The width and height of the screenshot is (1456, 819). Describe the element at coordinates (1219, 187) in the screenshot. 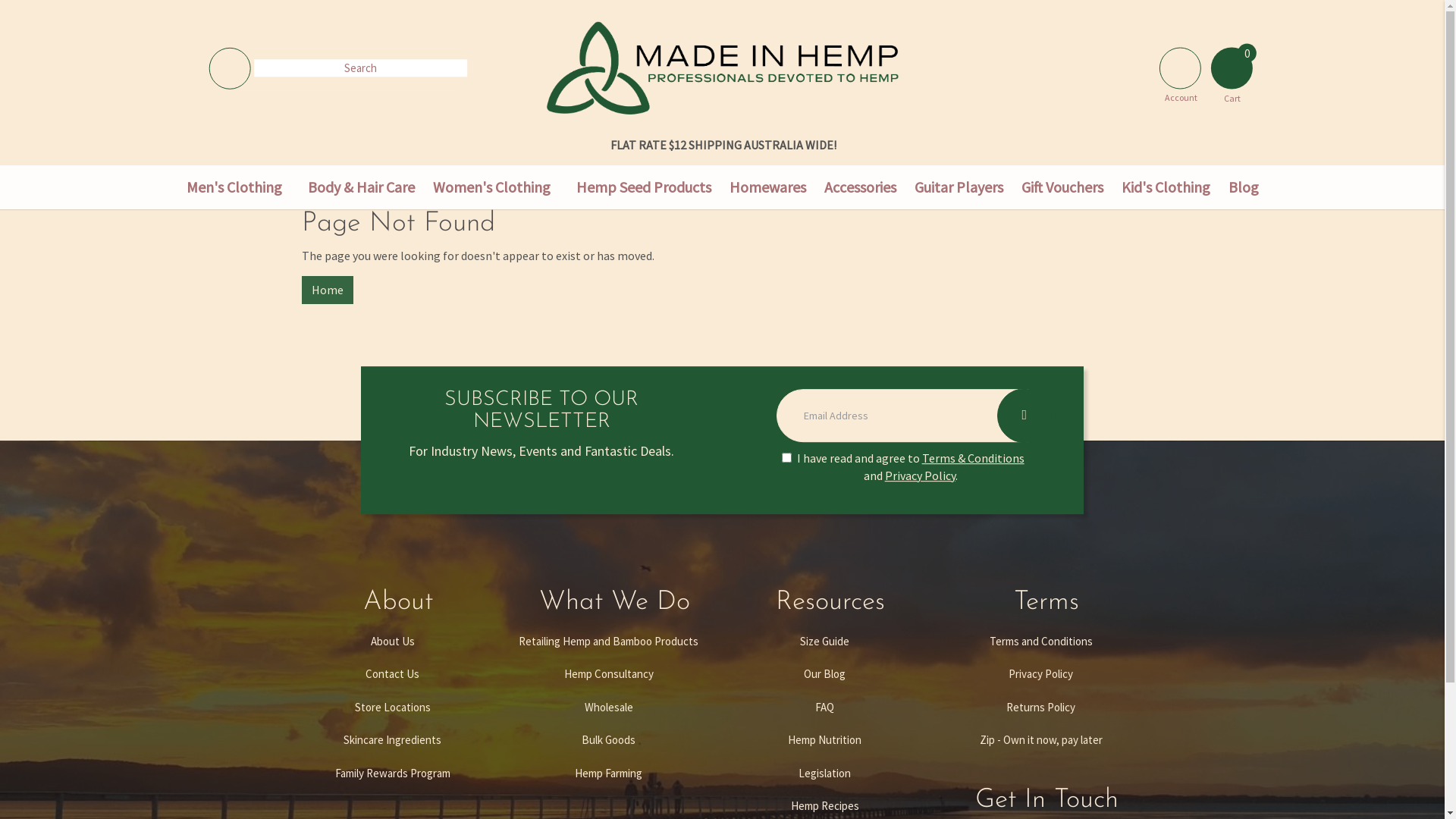

I see `'Blog'` at that location.